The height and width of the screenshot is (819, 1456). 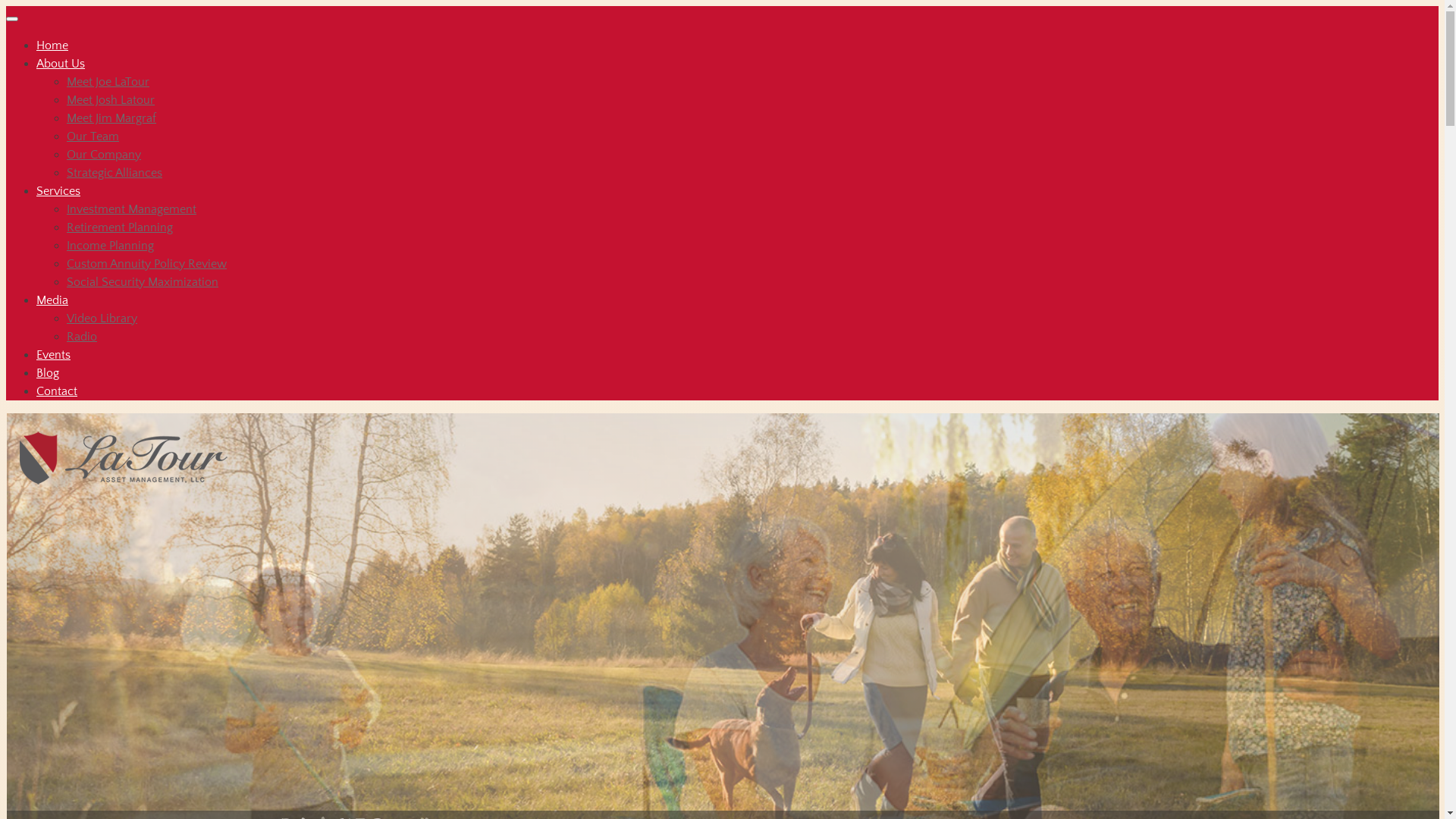 I want to click on 'Home', so click(x=52, y=45).